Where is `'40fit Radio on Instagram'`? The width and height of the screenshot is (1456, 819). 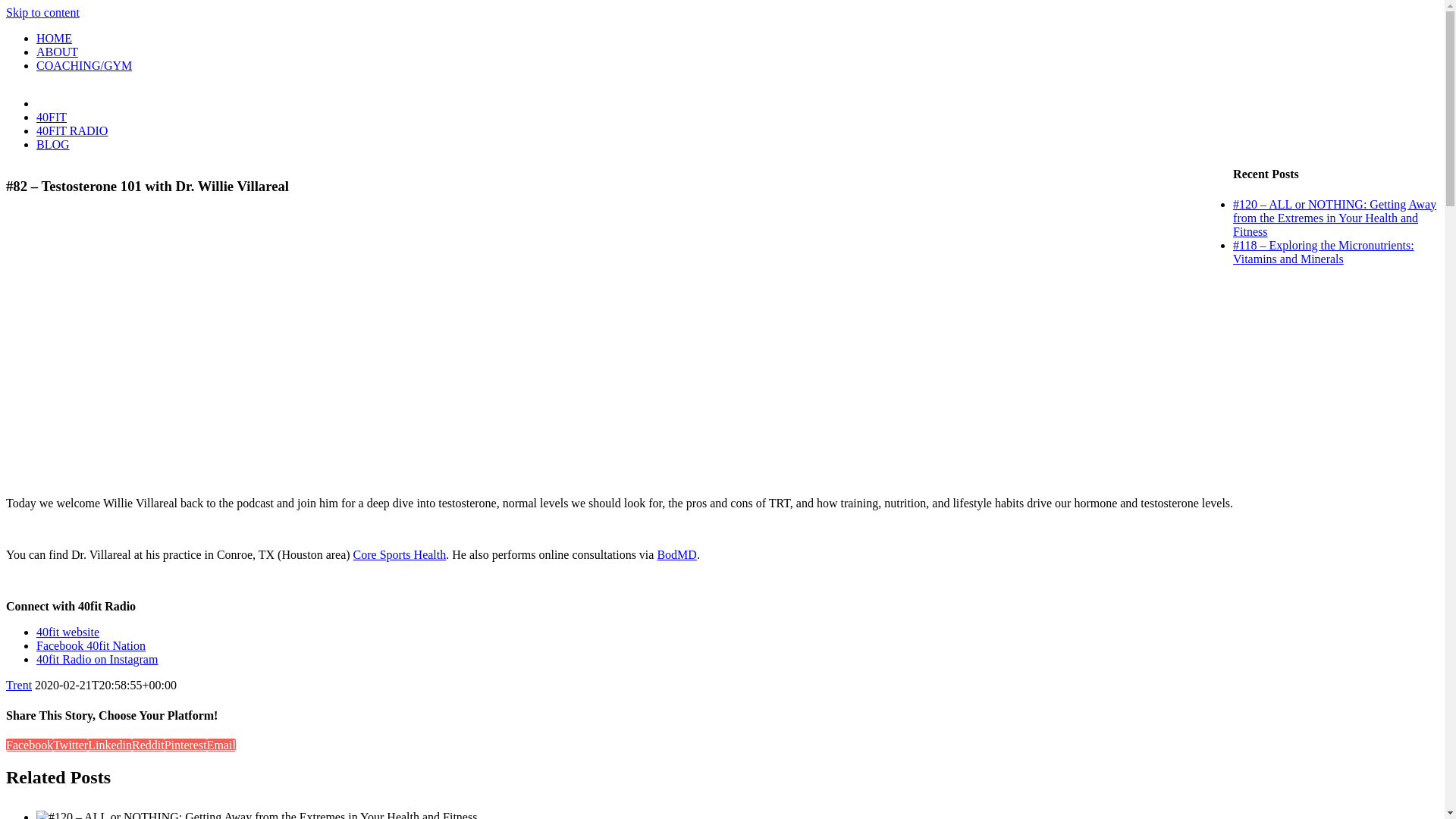 '40fit Radio on Instagram' is located at coordinates (96, 658).